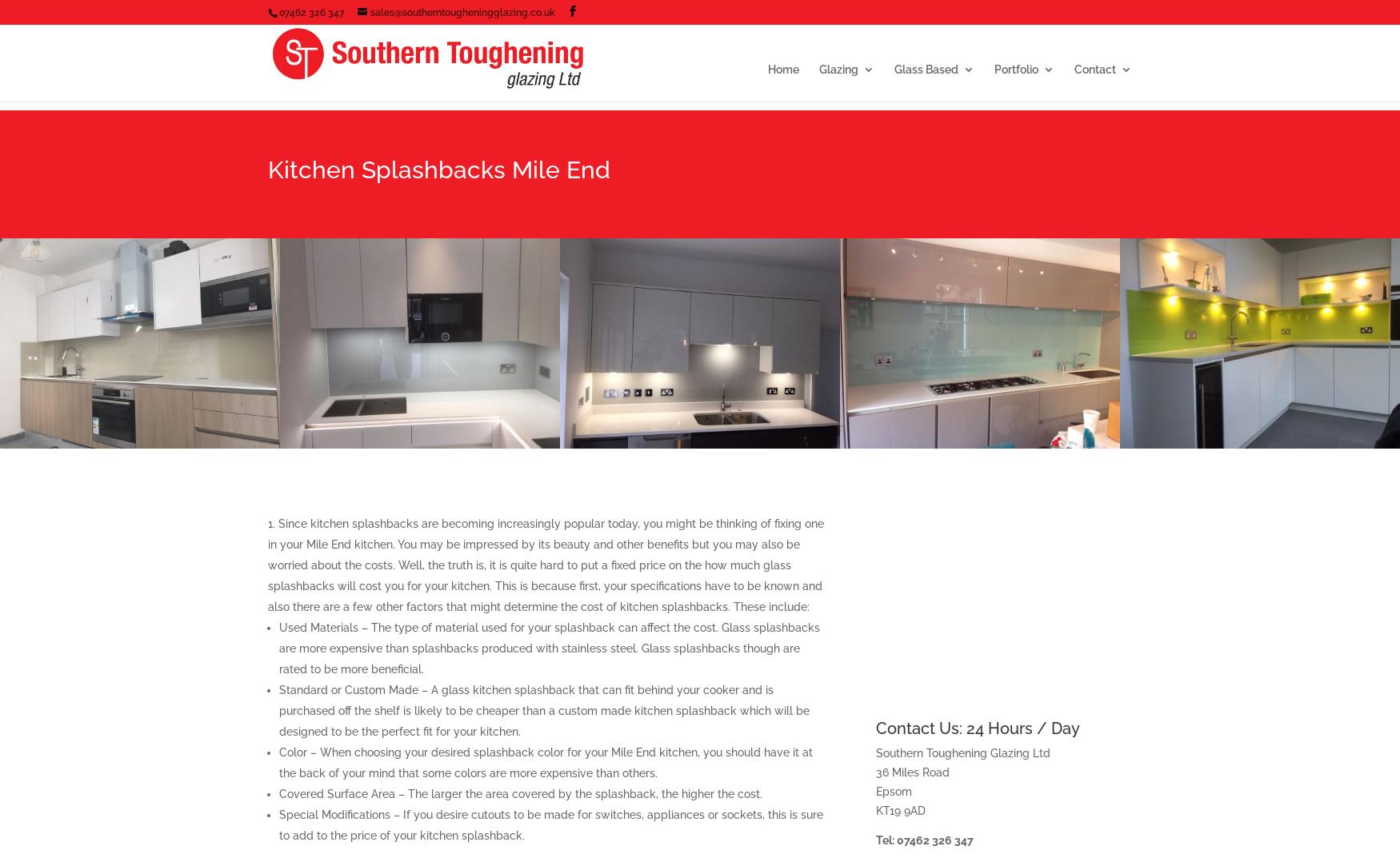  I want to click on '07462 326 347', so click(278, 11).